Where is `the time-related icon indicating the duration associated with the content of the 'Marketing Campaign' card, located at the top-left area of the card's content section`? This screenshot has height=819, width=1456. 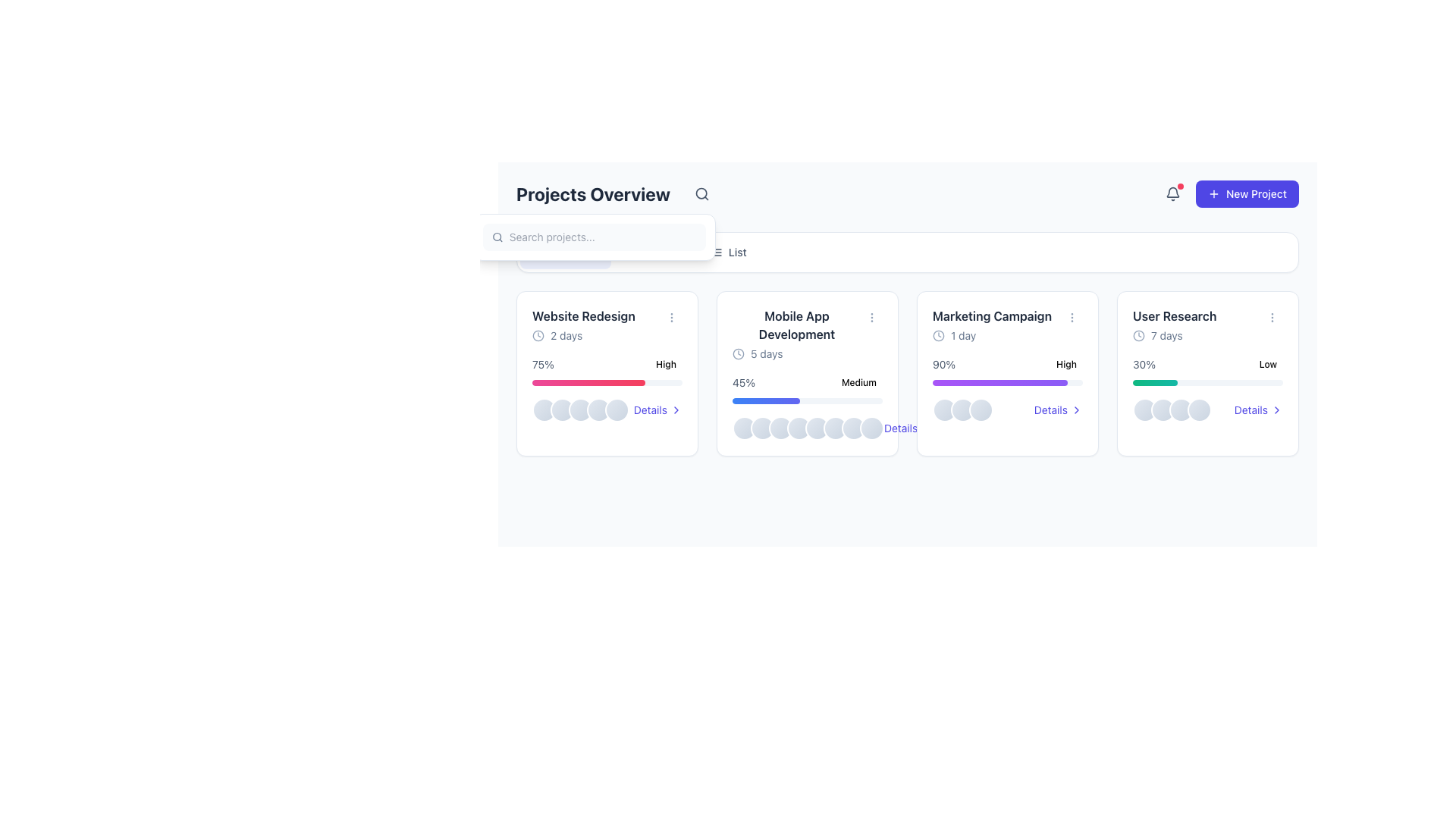 the time-related icon indicating the duration associated with the content of the 'Marketing Campaign' card, located at the top-left area of the card's content section is located at coordinates (938, 335).